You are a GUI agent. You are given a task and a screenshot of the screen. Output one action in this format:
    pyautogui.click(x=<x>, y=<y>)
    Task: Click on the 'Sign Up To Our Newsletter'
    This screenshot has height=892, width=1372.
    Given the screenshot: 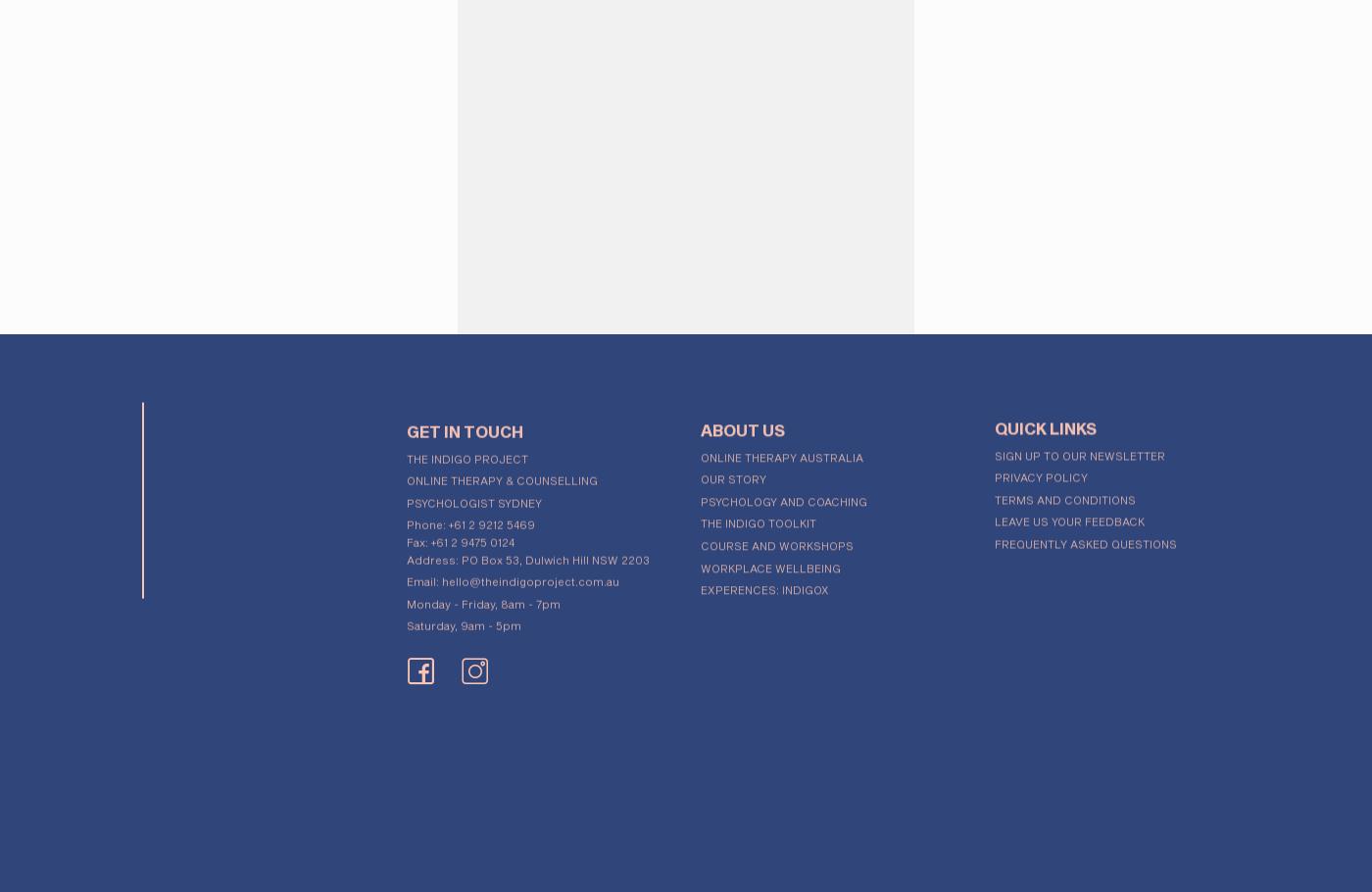 What is the action you would take?
    pyautogui.click(x=1079, y=449)
    